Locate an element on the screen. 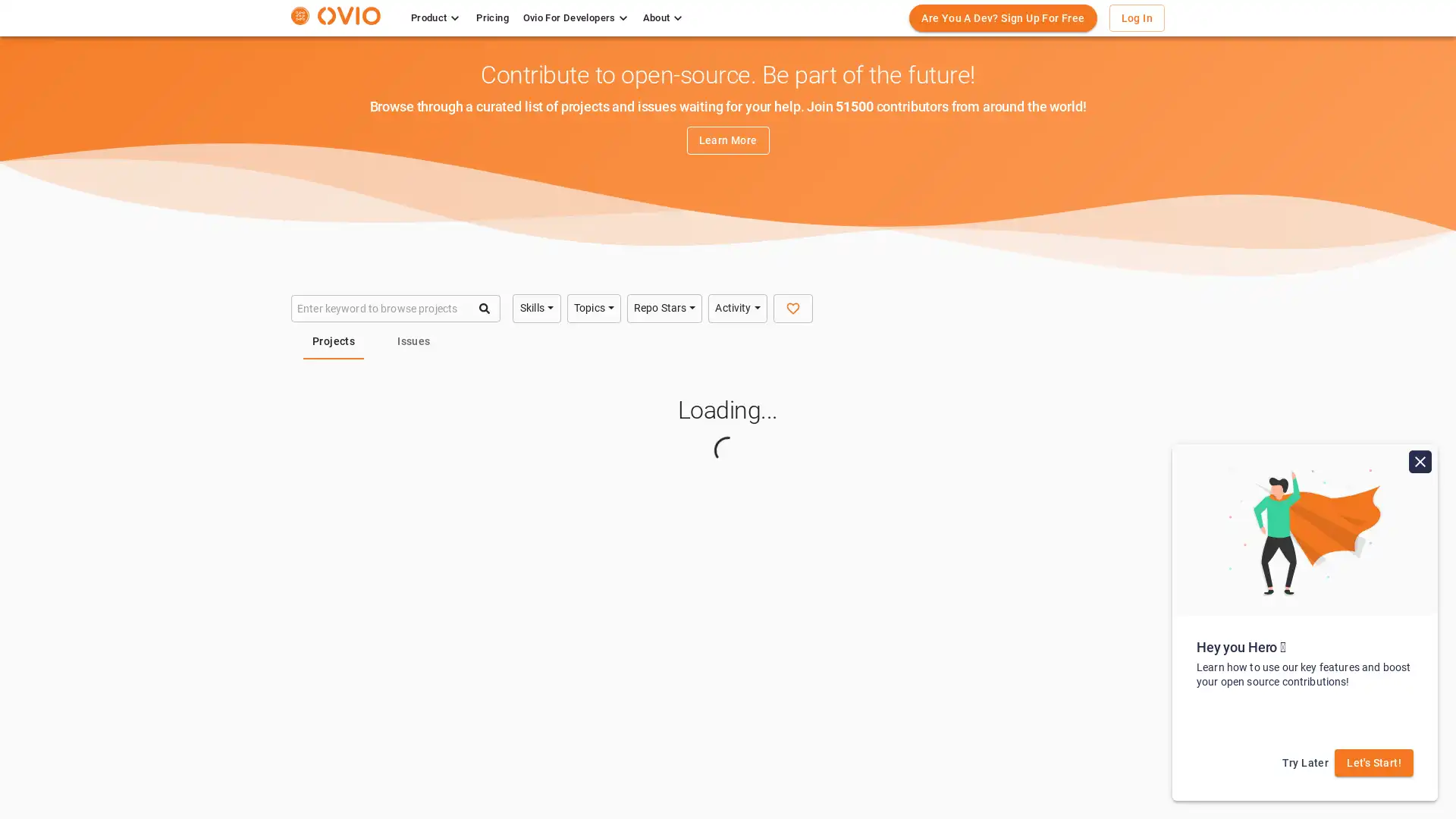  Python is located at coordinates (777, 620).